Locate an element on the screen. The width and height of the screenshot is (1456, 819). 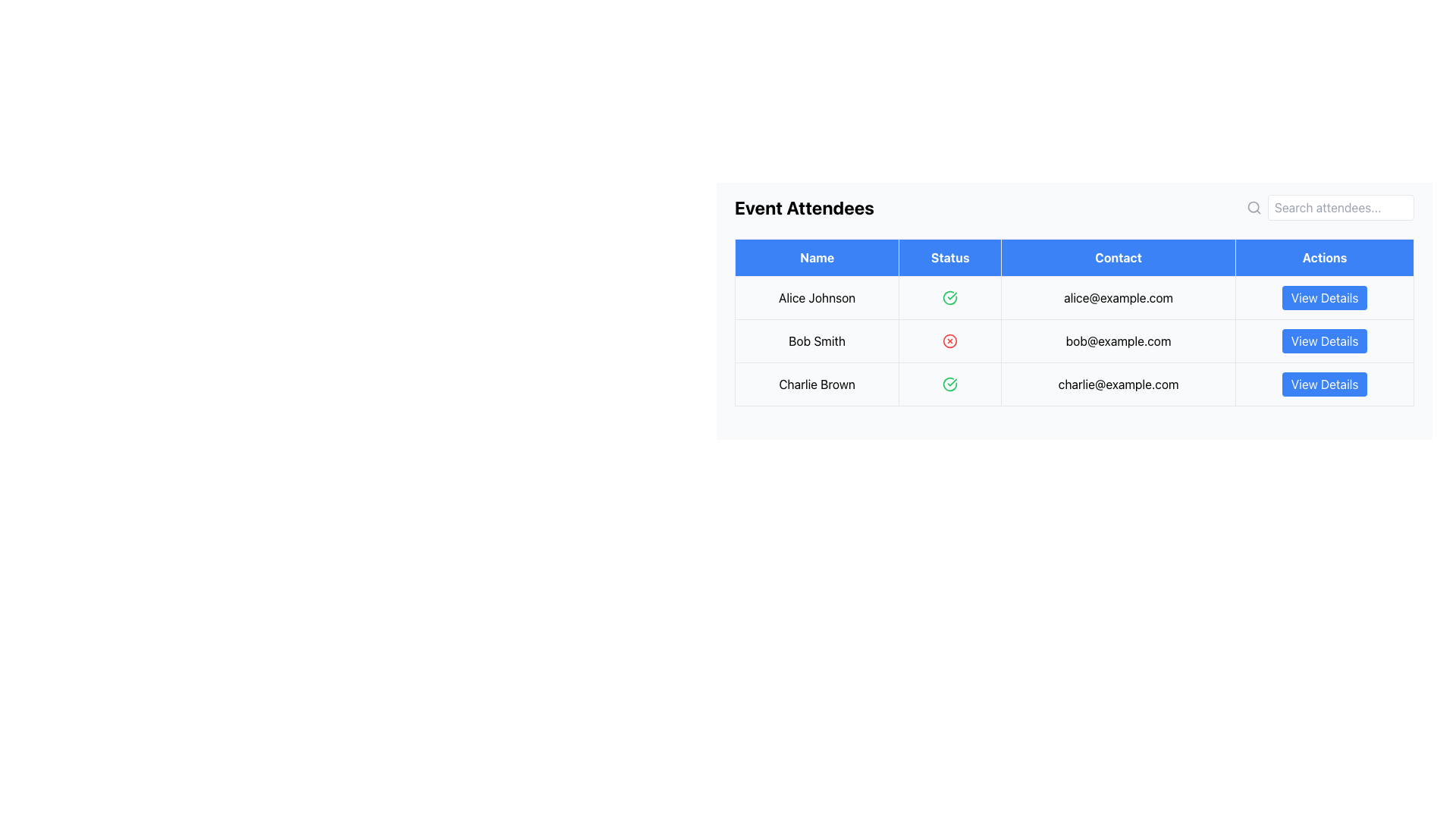
visual content of the status icon in the table cell for 'Alice Johnson', located in the 'Status' column between 'Name' and 'Contact' is located at coordinates (949, 298).